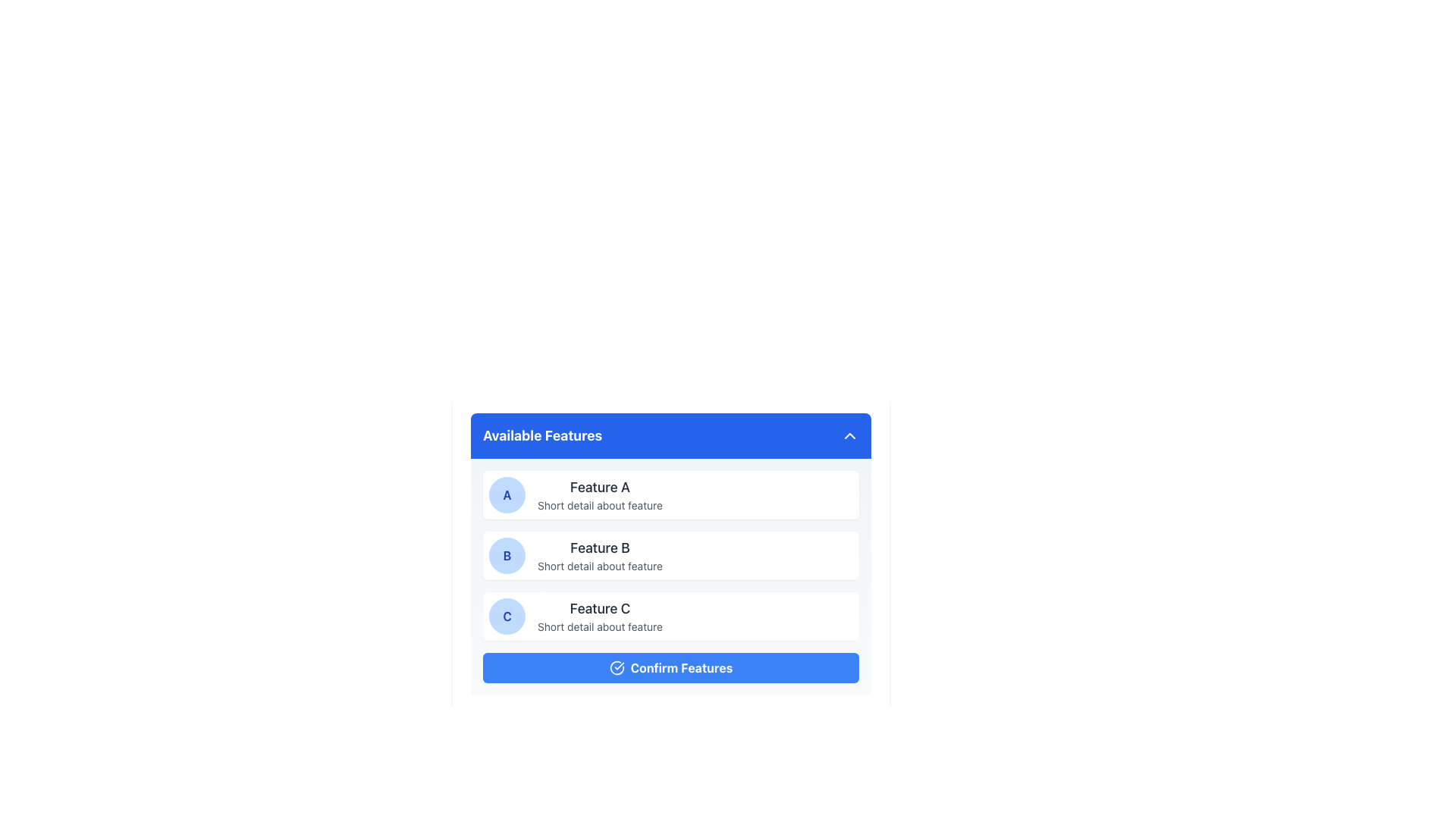 This screenshot has height=819, width=1456. What do you see at coordinates (599, 626) in the screenshot?
I see `the text element providing additional information related to 'Feature C', located beneath the heading text 'Feature C' in the third feature card labeled 'C' within the 'Available Features' list` at bounding box center [599, 626].